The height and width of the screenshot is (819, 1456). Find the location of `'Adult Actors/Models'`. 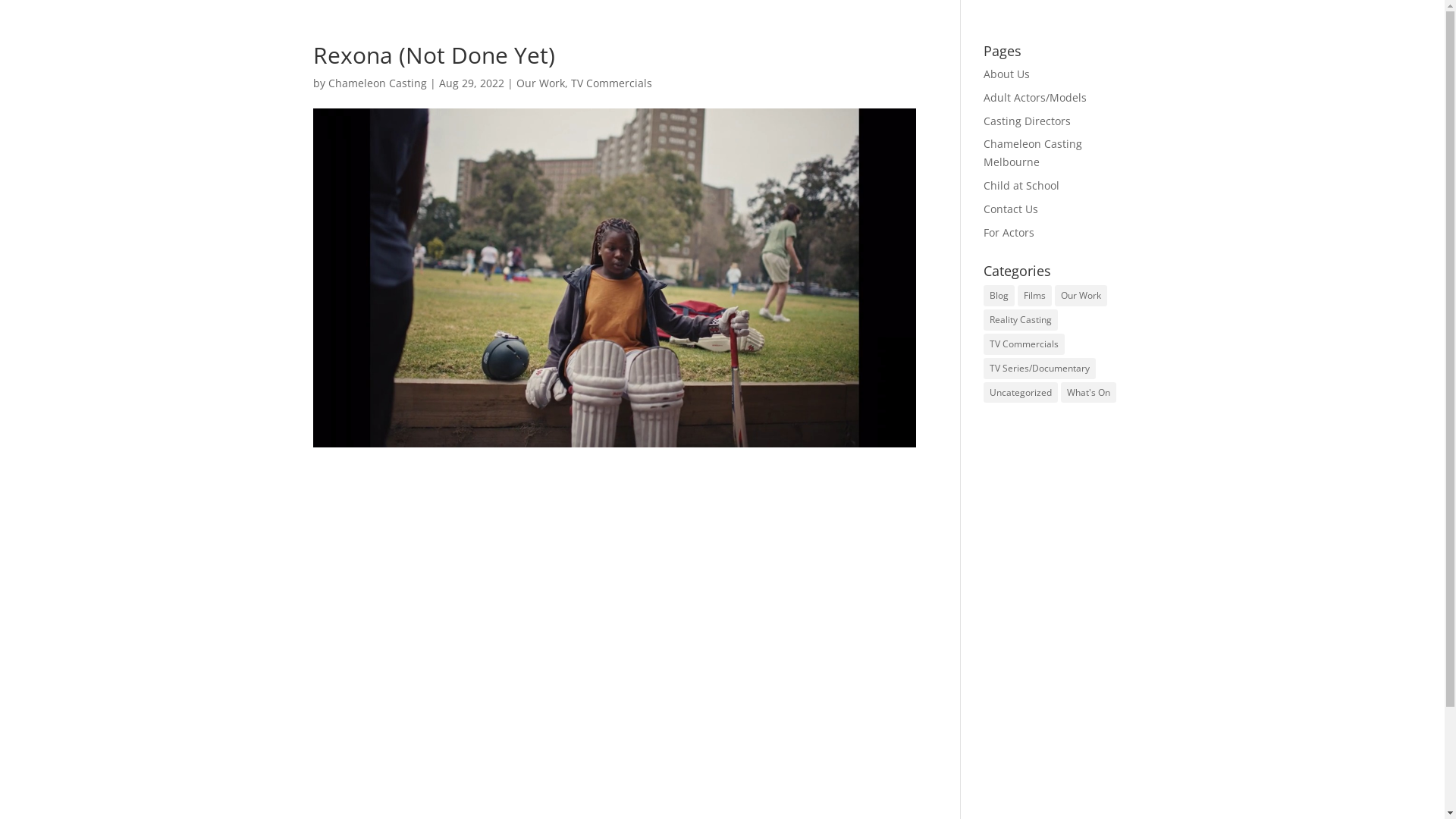

'Adult Actors/Models' is located at coordinates (1034, 97).